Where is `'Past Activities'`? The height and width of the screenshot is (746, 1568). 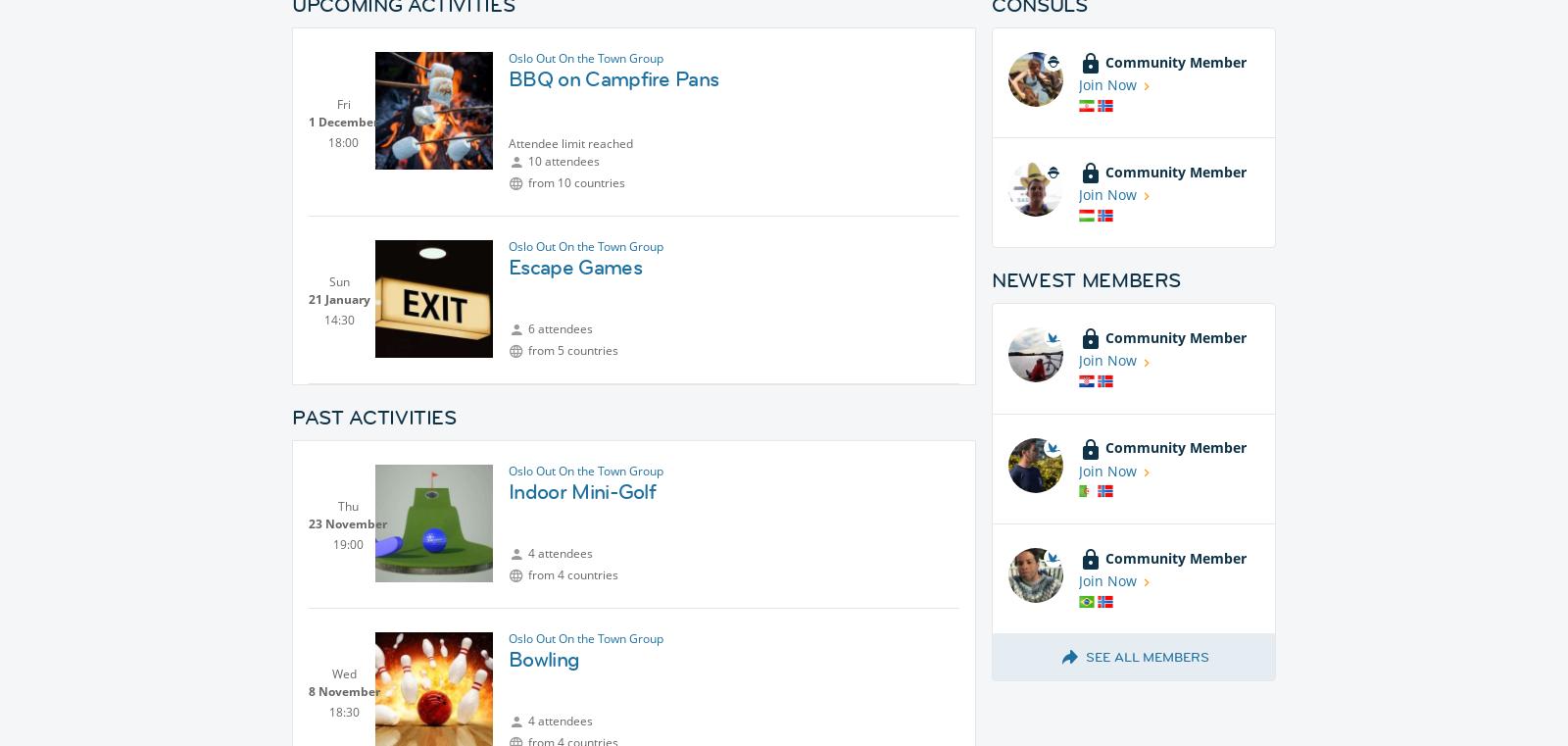
'Past Activities' is located at coordinates (373, 417).